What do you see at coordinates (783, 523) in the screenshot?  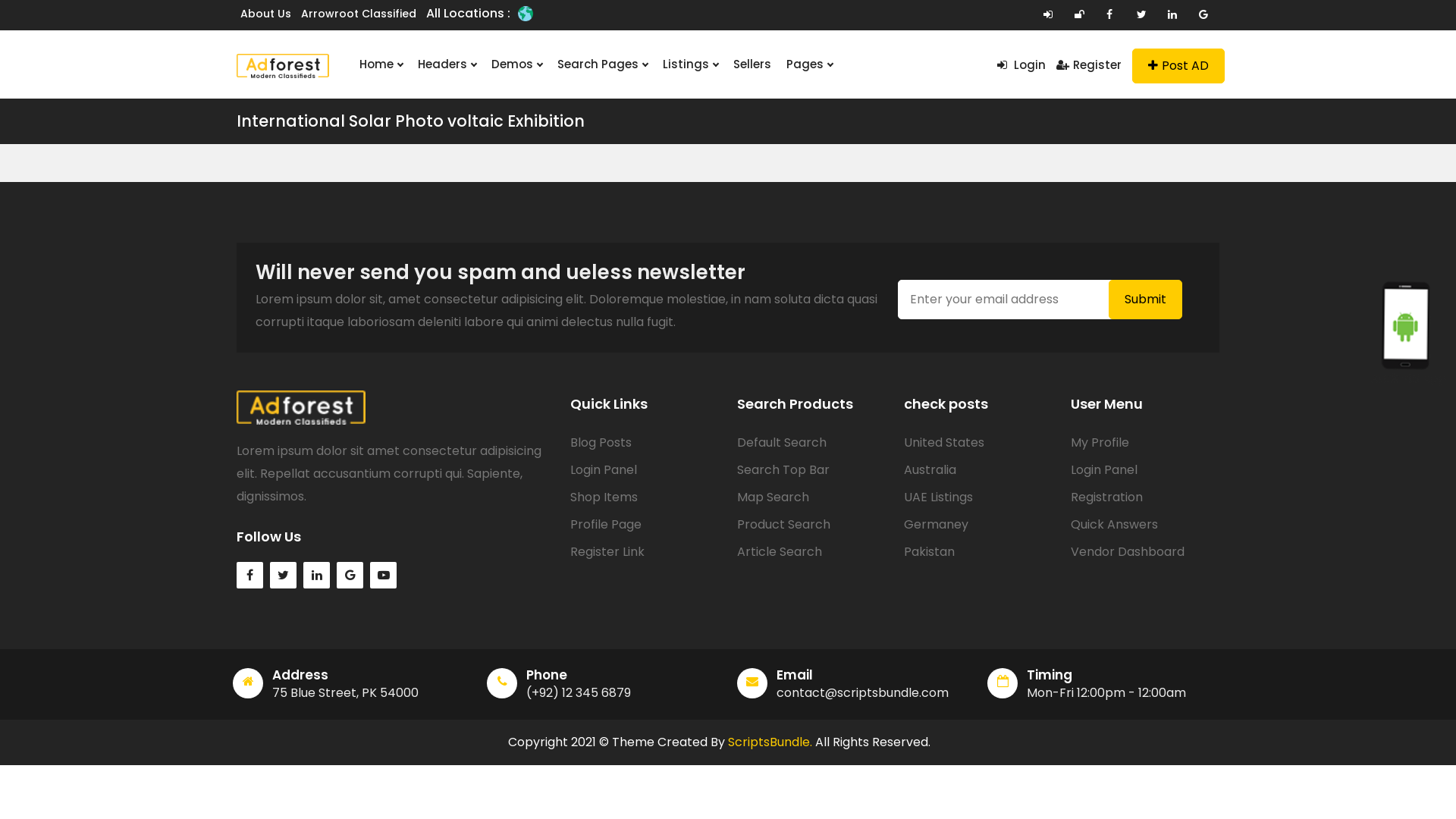 I see `'Product Search'` at bounding box center [783, 523].